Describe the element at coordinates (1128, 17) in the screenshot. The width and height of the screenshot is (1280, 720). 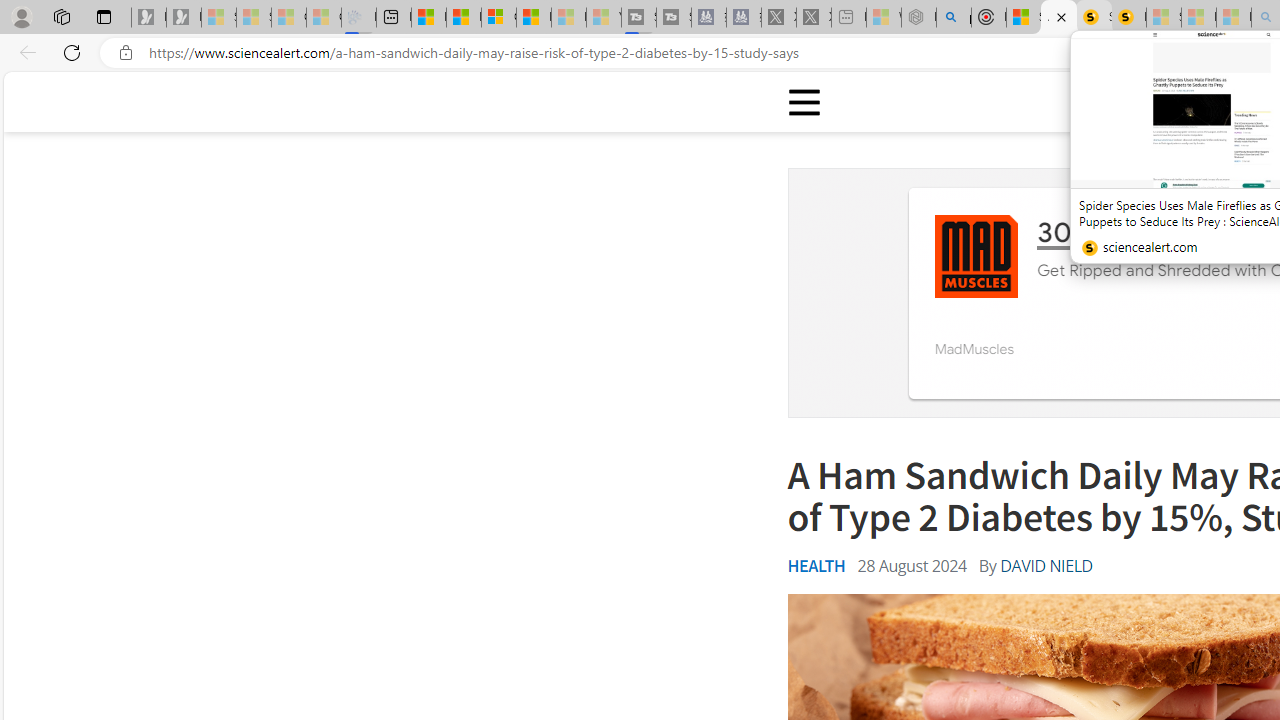
I see `'Michelle Starr, Senior Journalist at ScienceAlert'` at that location.